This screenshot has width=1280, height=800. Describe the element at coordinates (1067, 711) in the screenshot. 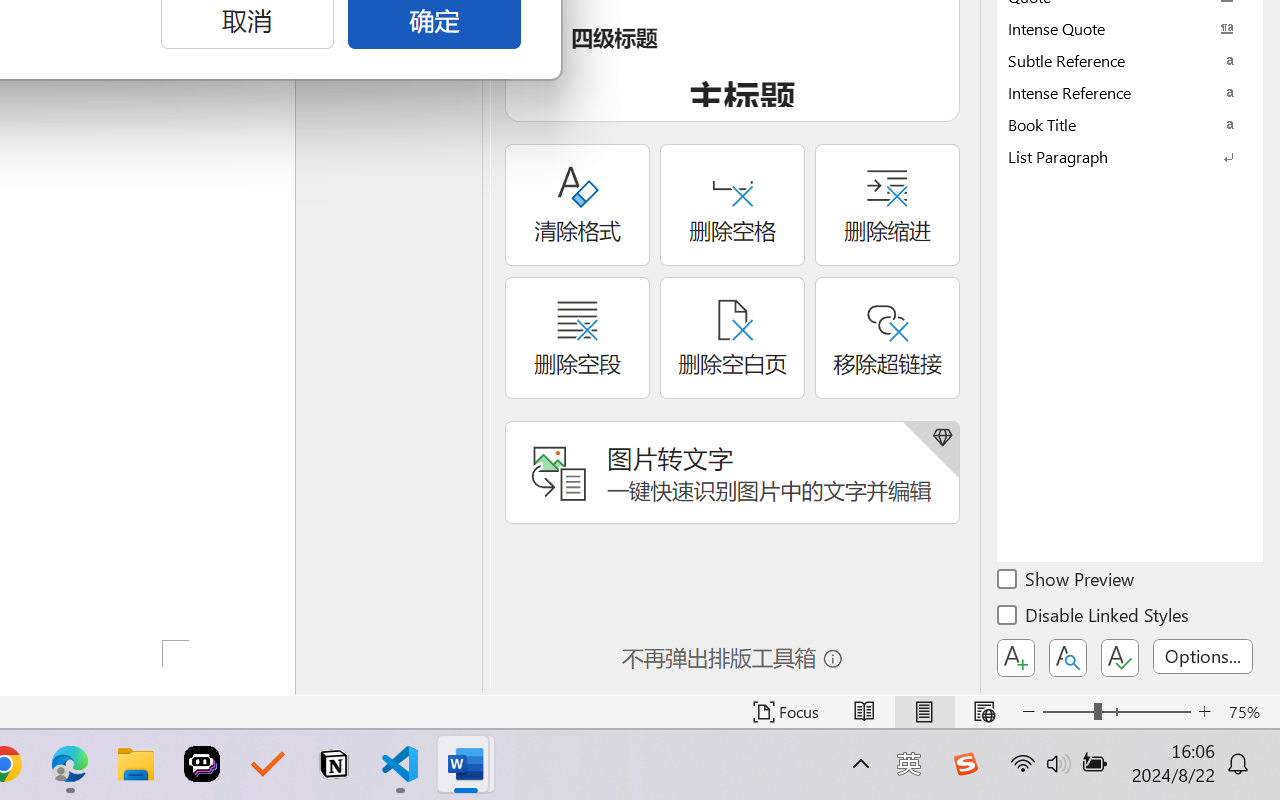

I see `'Zoom Out'` at that location.